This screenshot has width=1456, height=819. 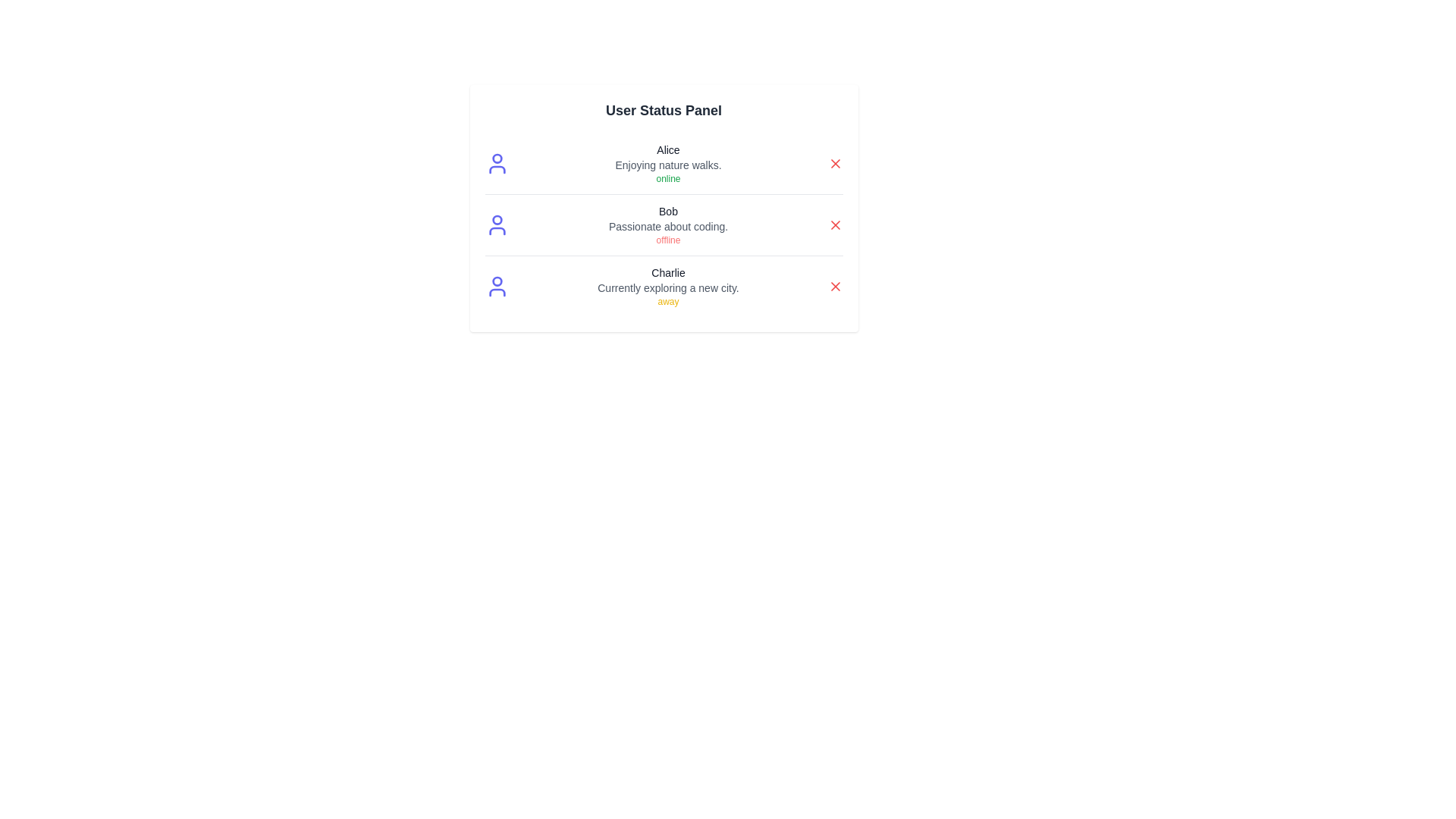 What do you see at coordinates (667, 177) in the screenshot?
I see `the text label indicating the availability status of the user 'Alice', which shows that they are currently online` at bounding box center [667, 177].